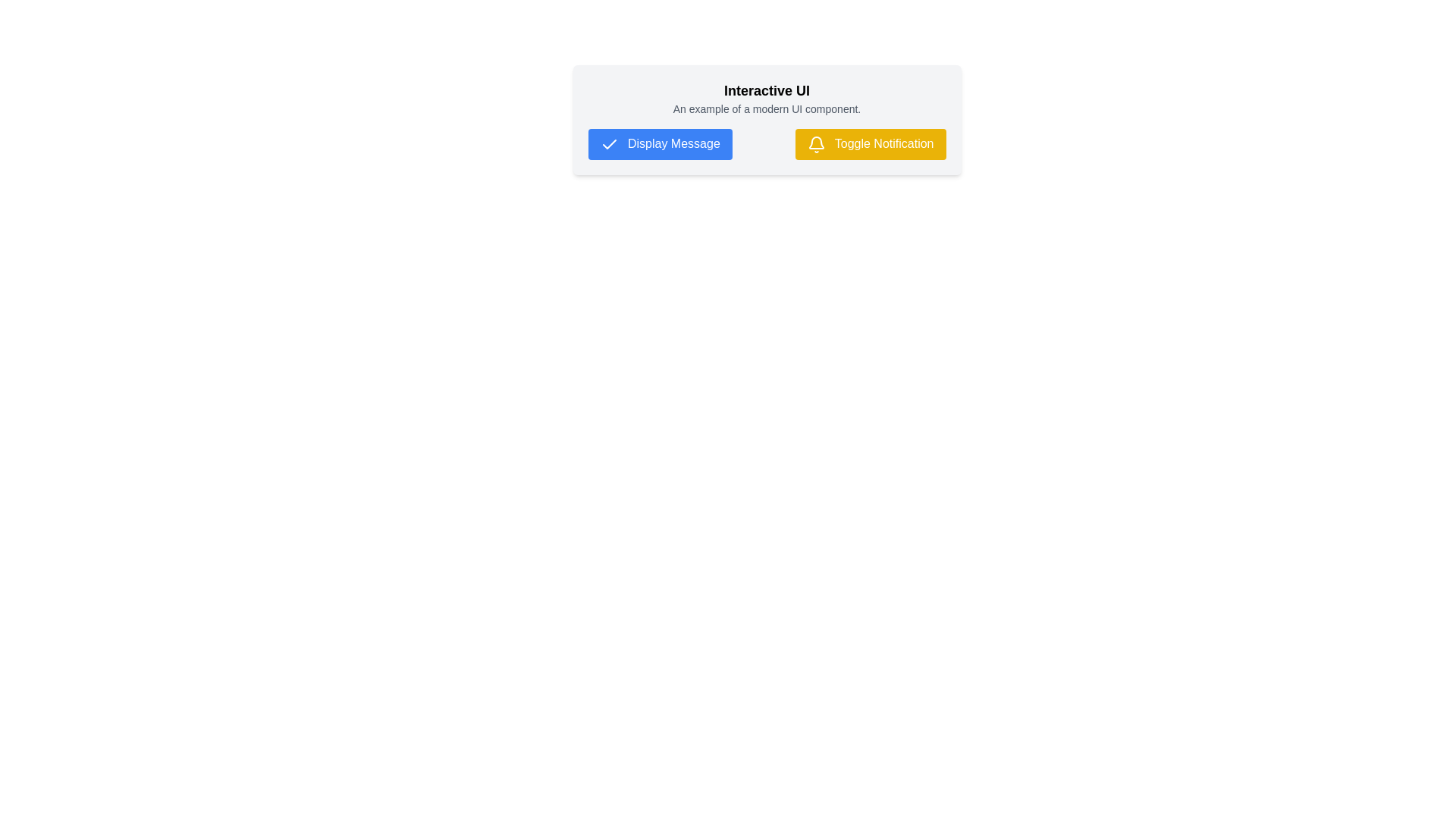  Describe the element at coordinates (609, 144) in the screenshot. I see `checkmark icon located inside the left button labeled 'Display Message', which represents a confirmation or completion symbol` at that location.